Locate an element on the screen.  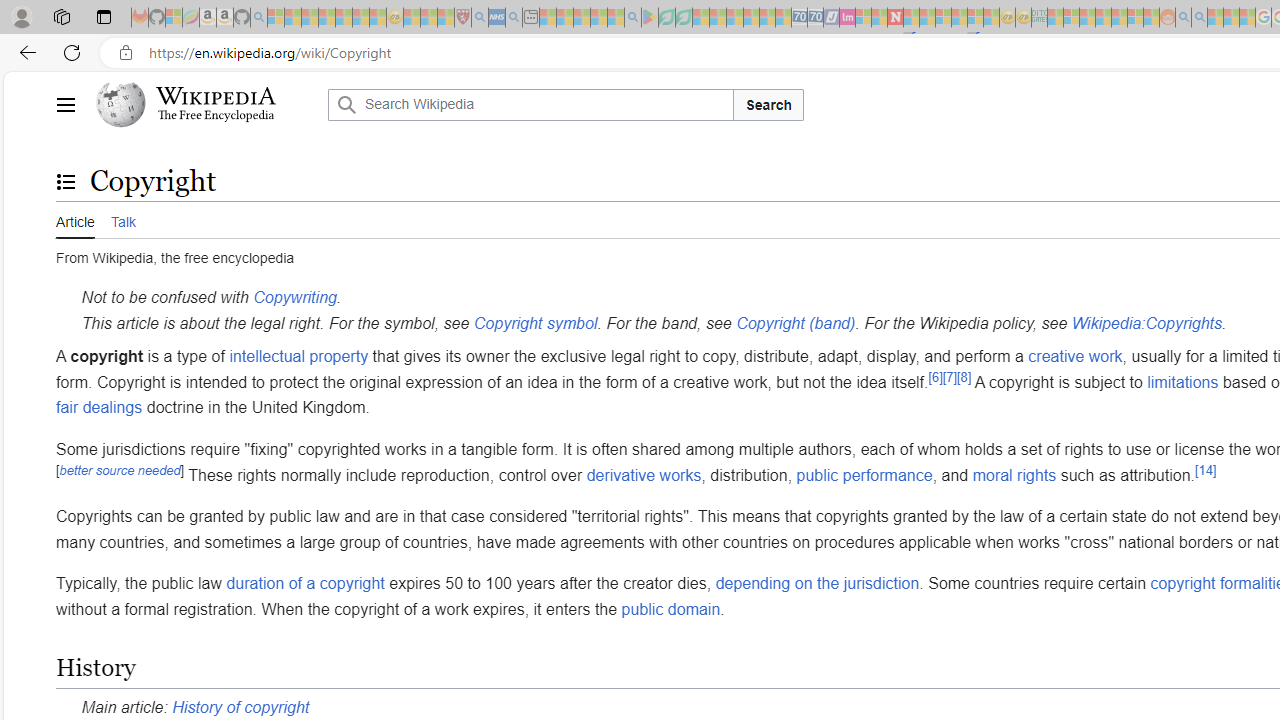
'MSNBC - MSN - Sleeping' is located at coordinates (1055, 17).